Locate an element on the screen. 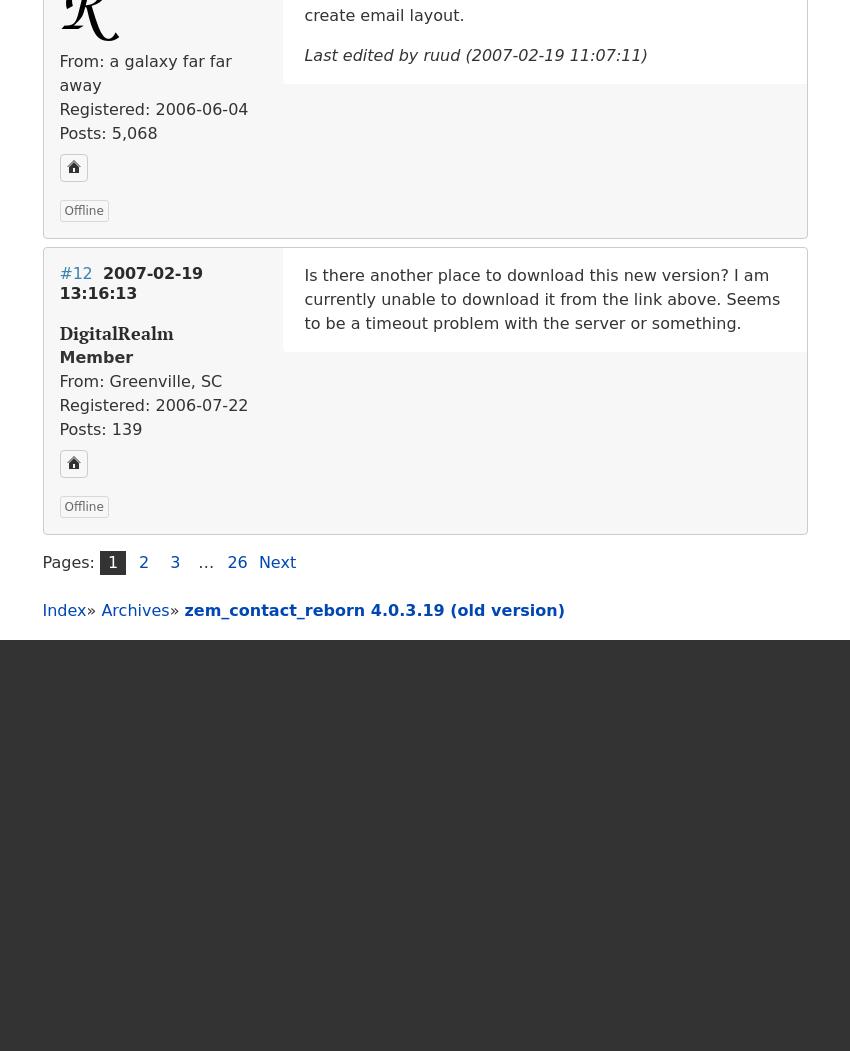 This screenshot has width=850, height=1051. 'Contact us' is located at coordinates (429, 1008).